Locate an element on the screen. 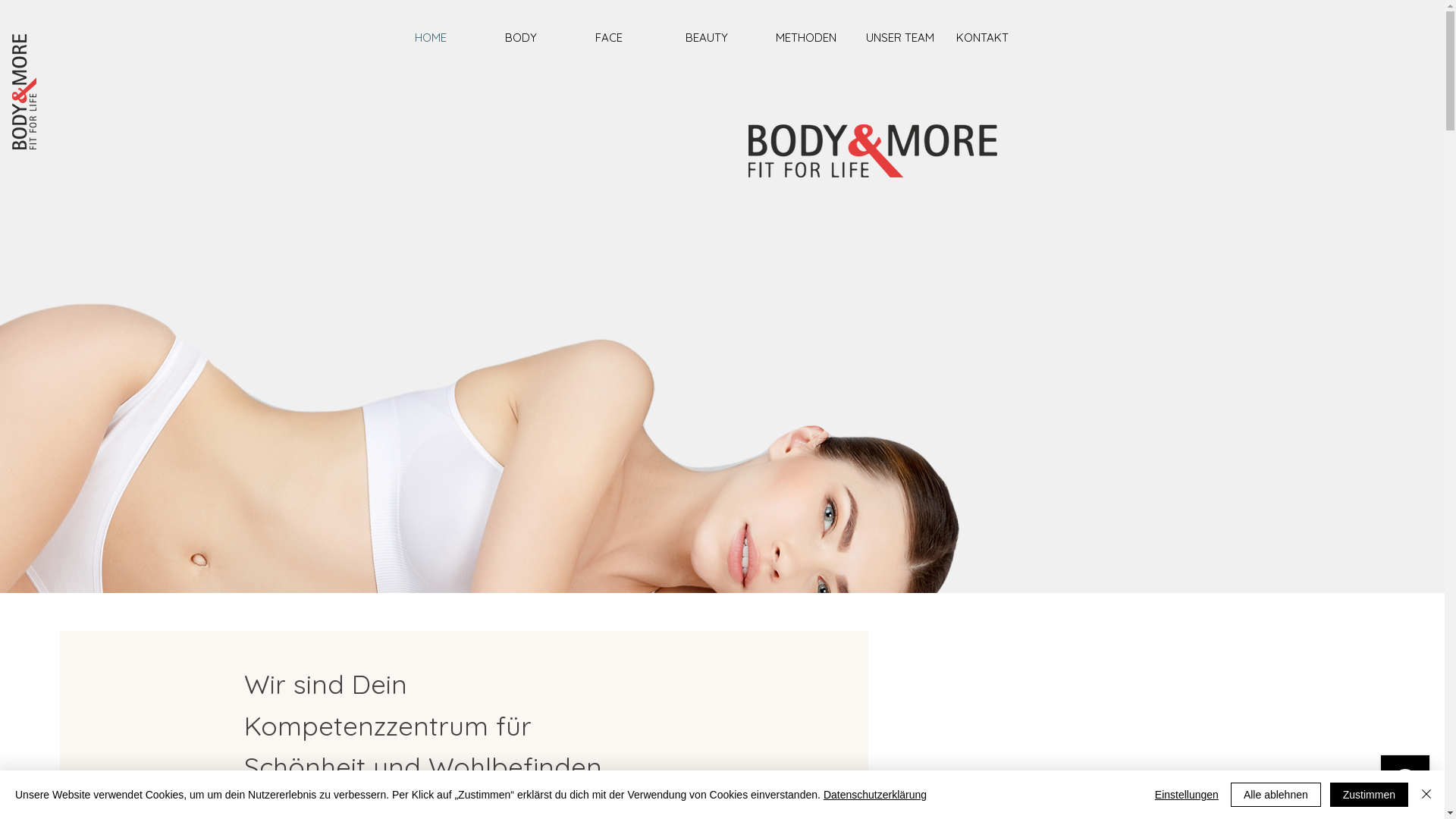  'Zustimmen' is located at coordinates (1369, 794).